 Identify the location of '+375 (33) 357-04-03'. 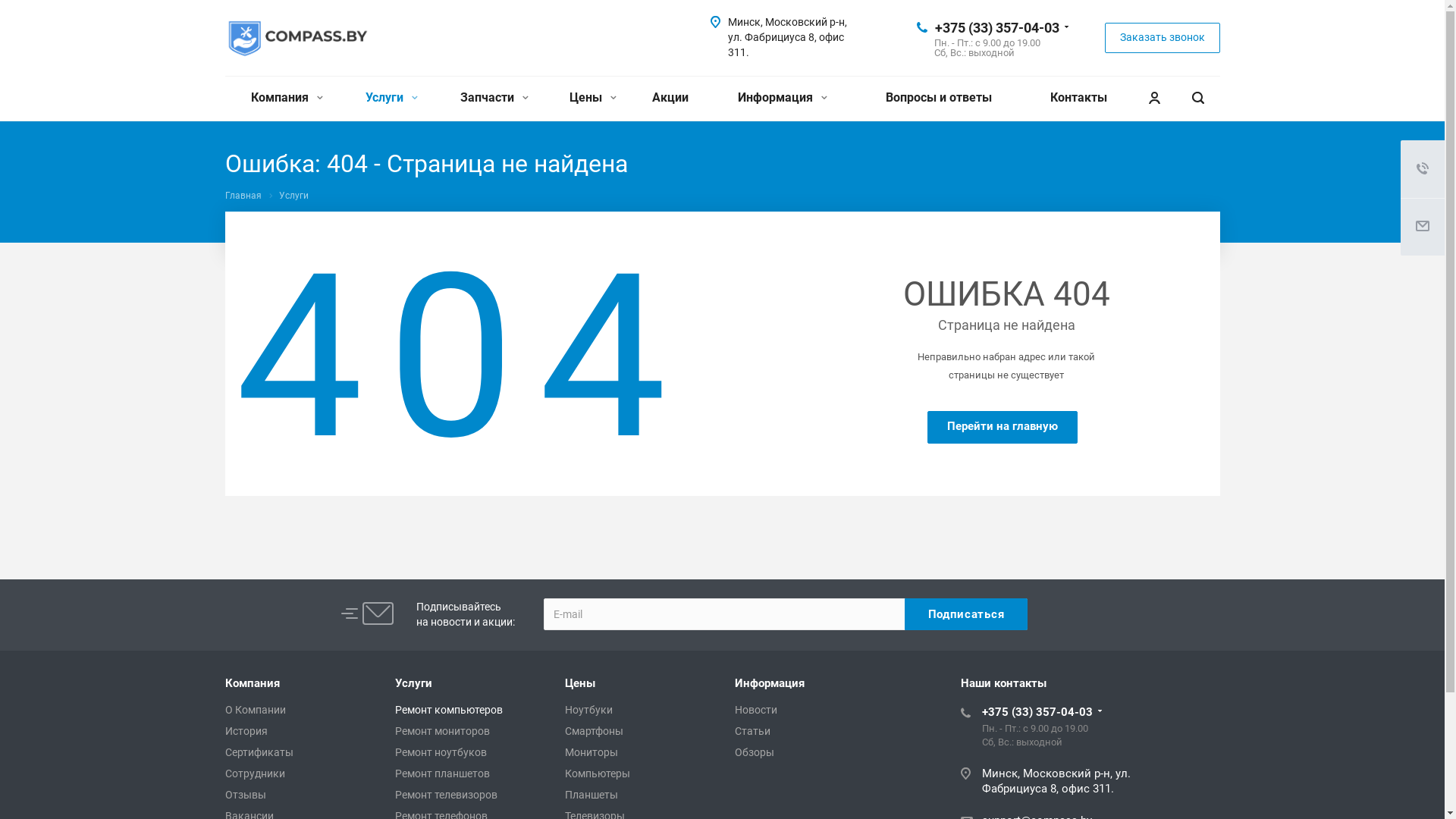
(996, 27).